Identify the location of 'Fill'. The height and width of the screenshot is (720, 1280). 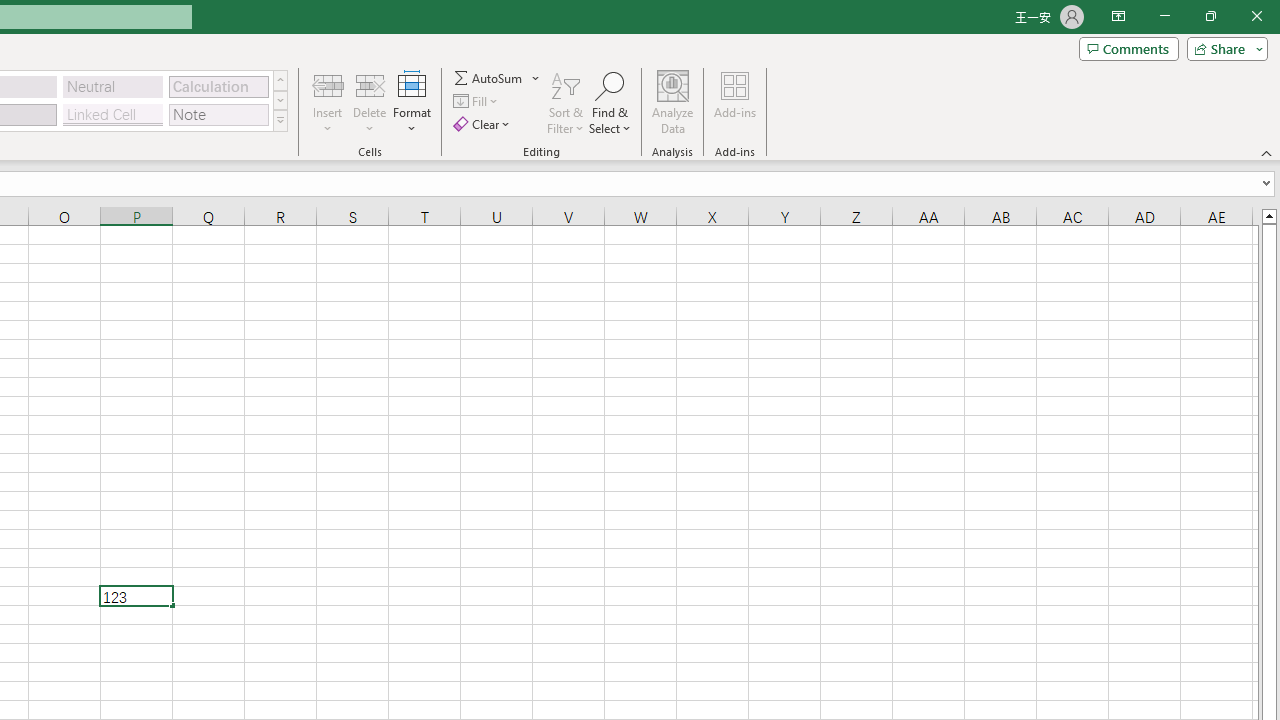
(477, 101).